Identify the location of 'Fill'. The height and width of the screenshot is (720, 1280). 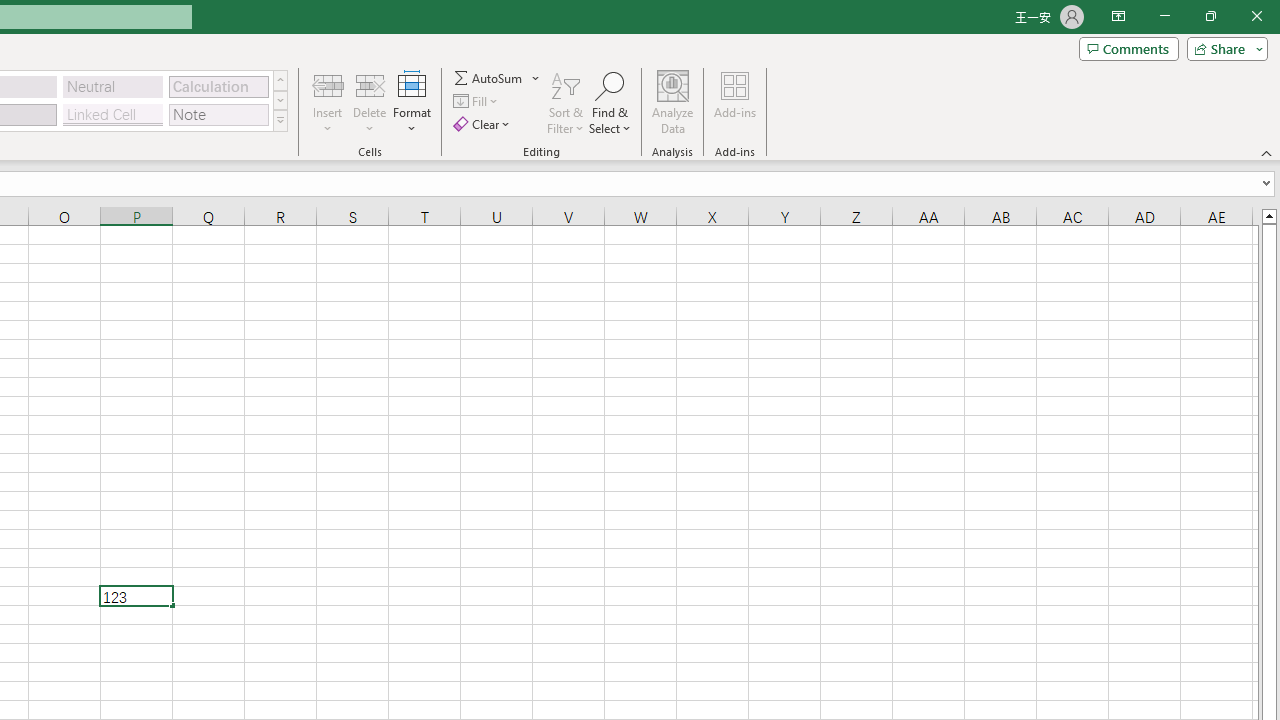
(477, 101).